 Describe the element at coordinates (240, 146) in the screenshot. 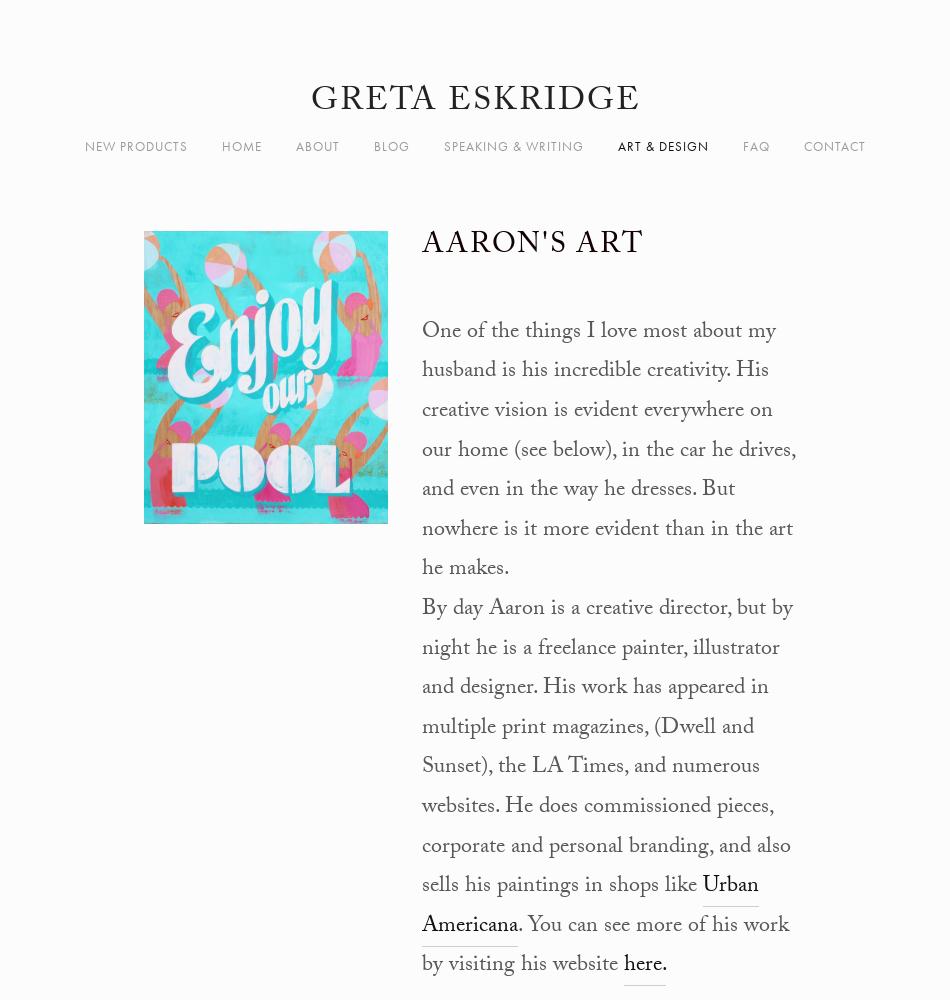

I see `'Home'` at that location.